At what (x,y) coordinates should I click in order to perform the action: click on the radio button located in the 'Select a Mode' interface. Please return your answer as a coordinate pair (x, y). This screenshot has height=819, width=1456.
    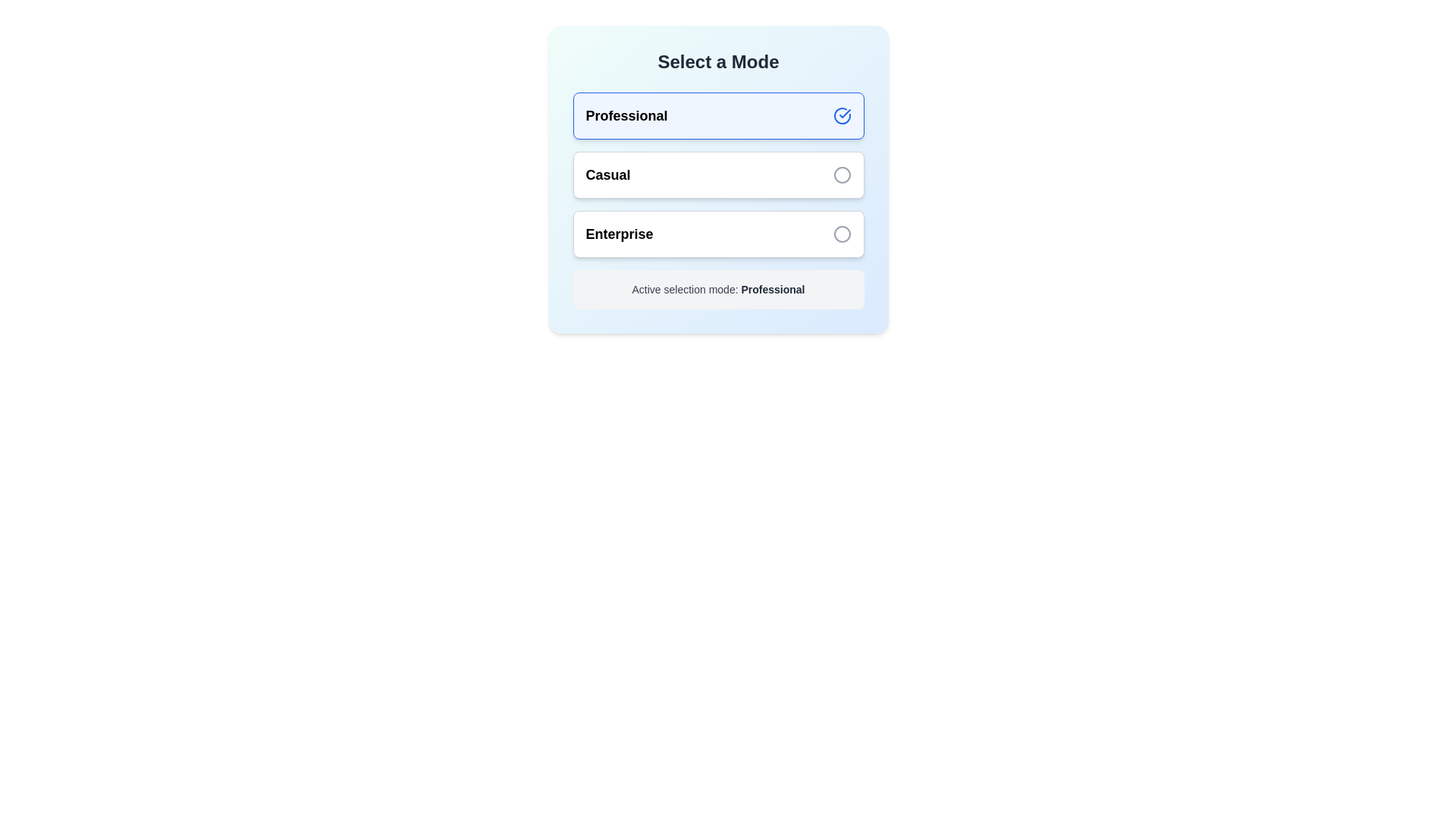
    Looking at the image, I should click on (841, 234).